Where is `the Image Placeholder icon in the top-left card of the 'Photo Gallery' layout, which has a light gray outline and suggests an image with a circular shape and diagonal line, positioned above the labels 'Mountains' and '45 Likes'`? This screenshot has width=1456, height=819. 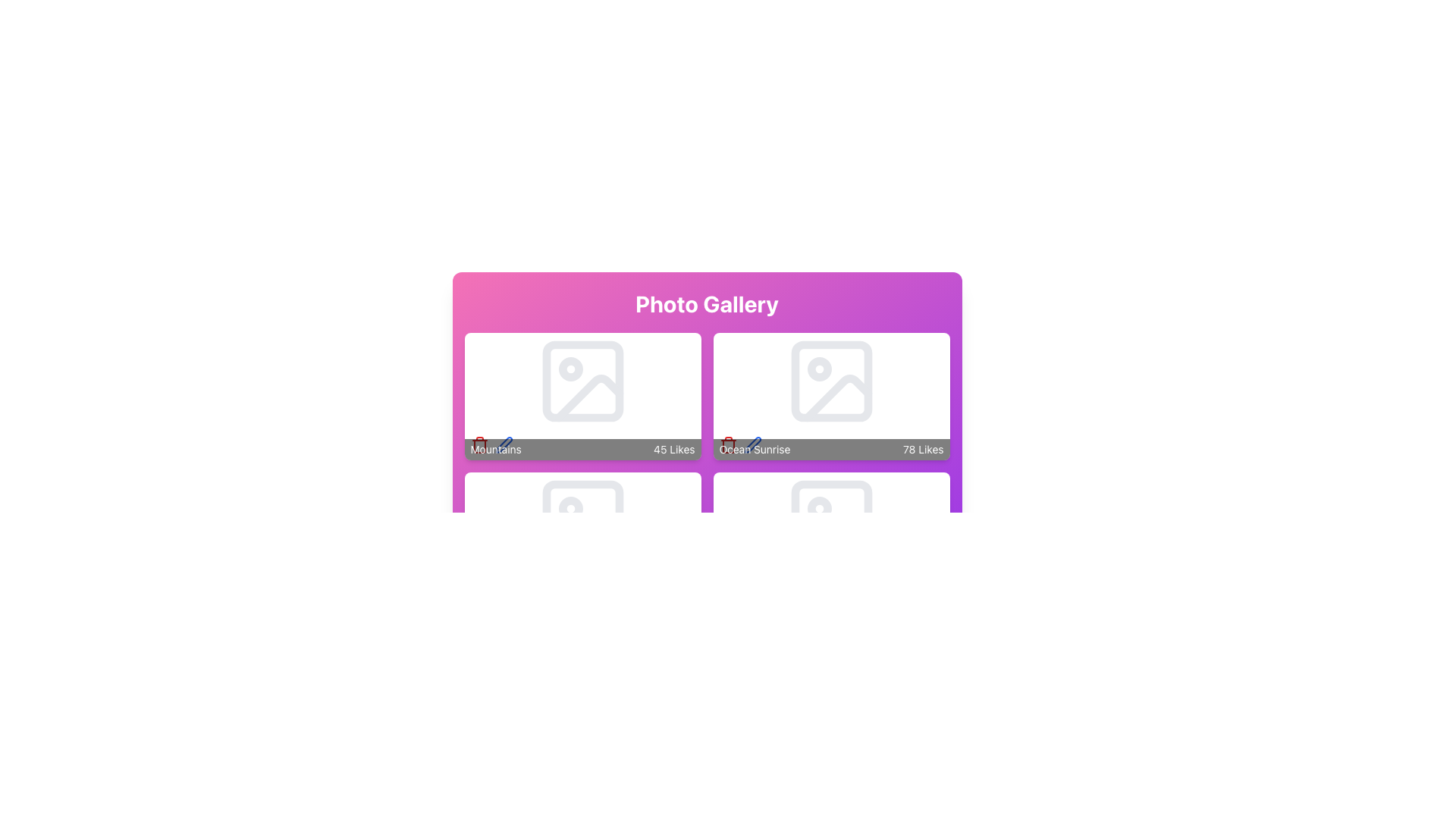
the Image Placeholder icon in the top-left card of the 'Photo Gallery' layout, which has a light gray outline and suggests an image with a circular shape and diagonal line, positioned above the labels 'Mountains' and '45 Likes' is located at coordinates (582, 380).